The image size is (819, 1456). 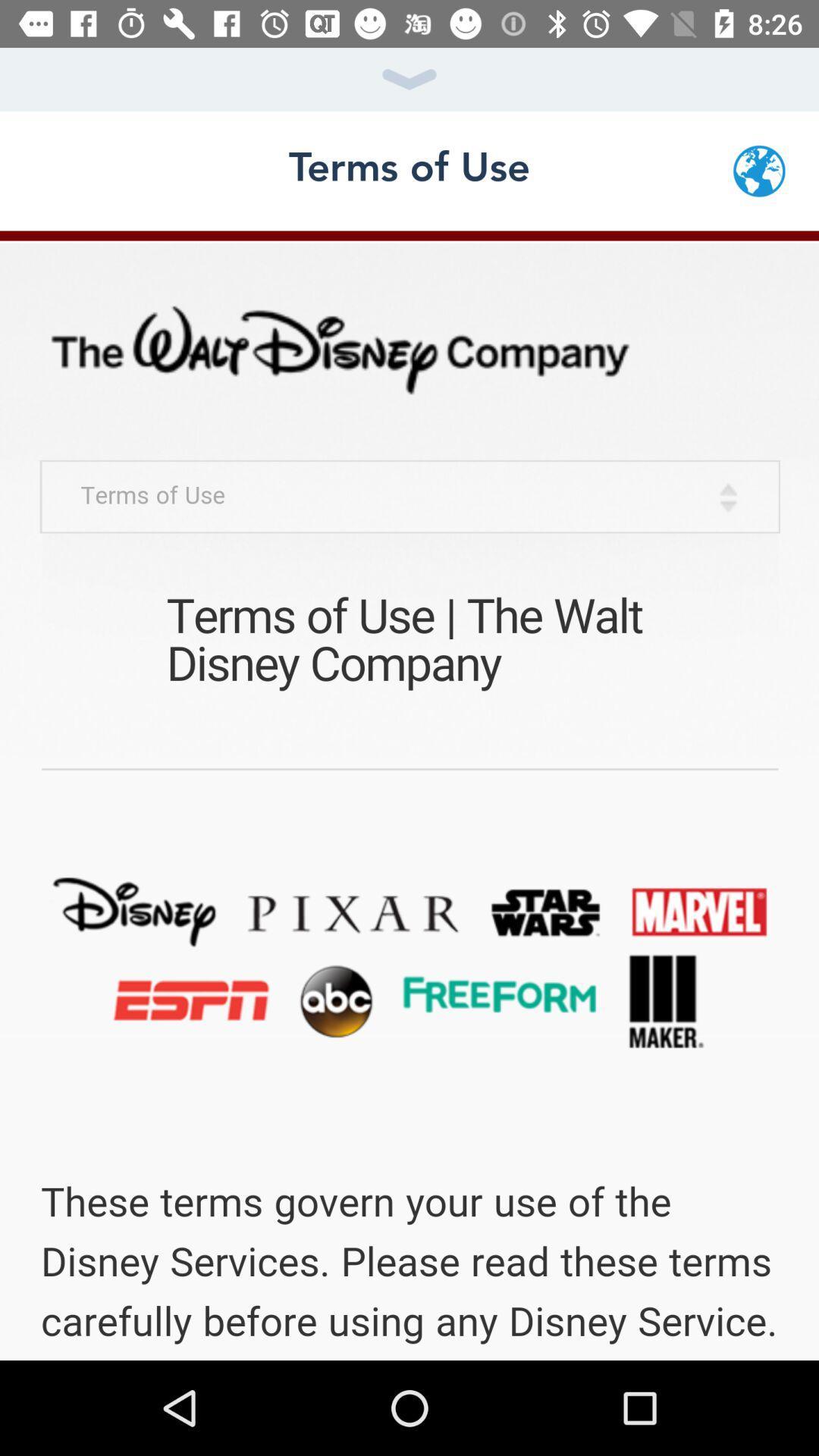 I want to click on terms of use page, so click(x=409, y=795).